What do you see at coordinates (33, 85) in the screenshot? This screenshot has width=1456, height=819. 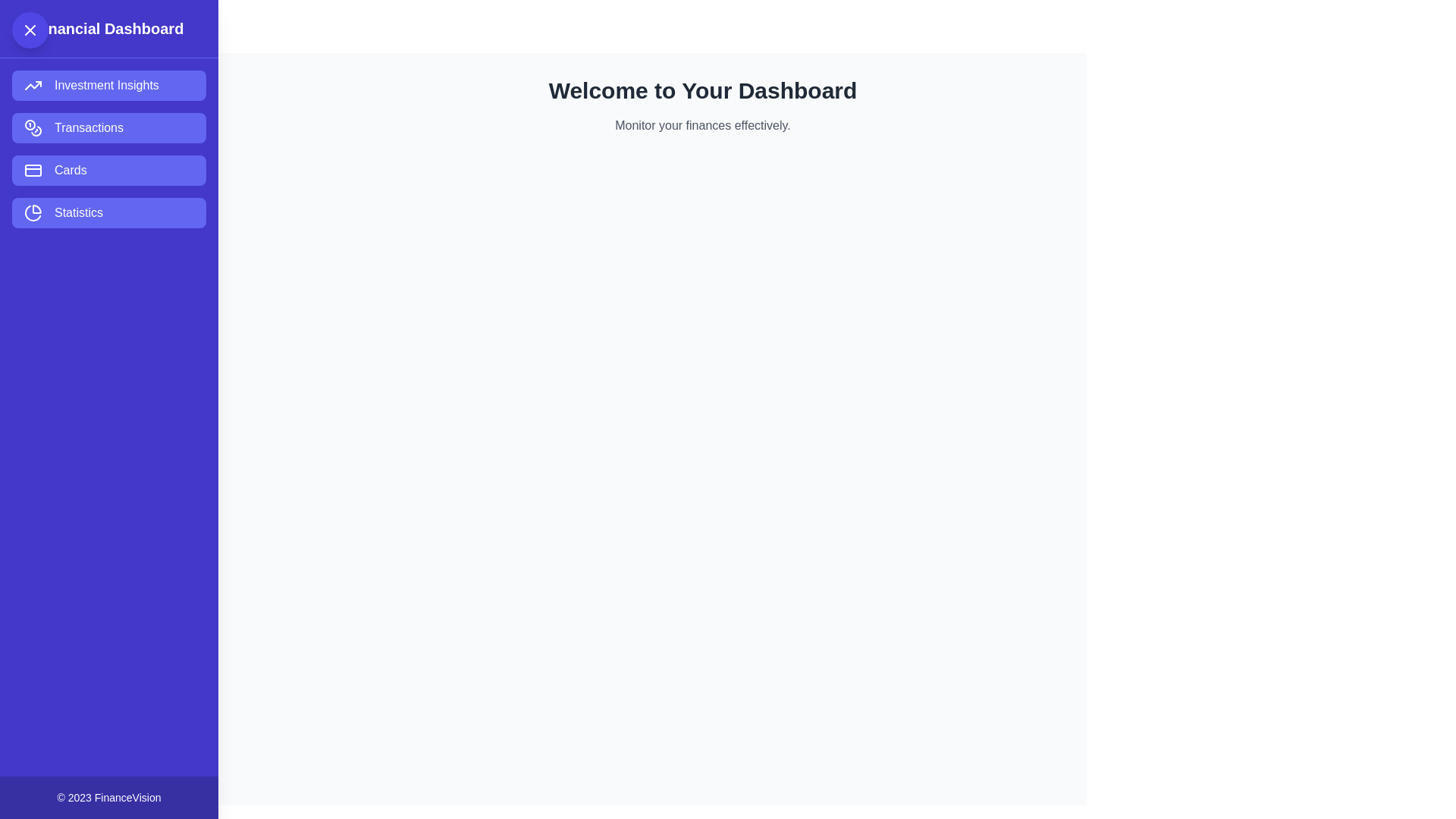 I see `the upward trending chart icon, which is styled in white and located to the left of the 'Investment Insights' text in the left vertical menu button` at bounding box center [33, 85].